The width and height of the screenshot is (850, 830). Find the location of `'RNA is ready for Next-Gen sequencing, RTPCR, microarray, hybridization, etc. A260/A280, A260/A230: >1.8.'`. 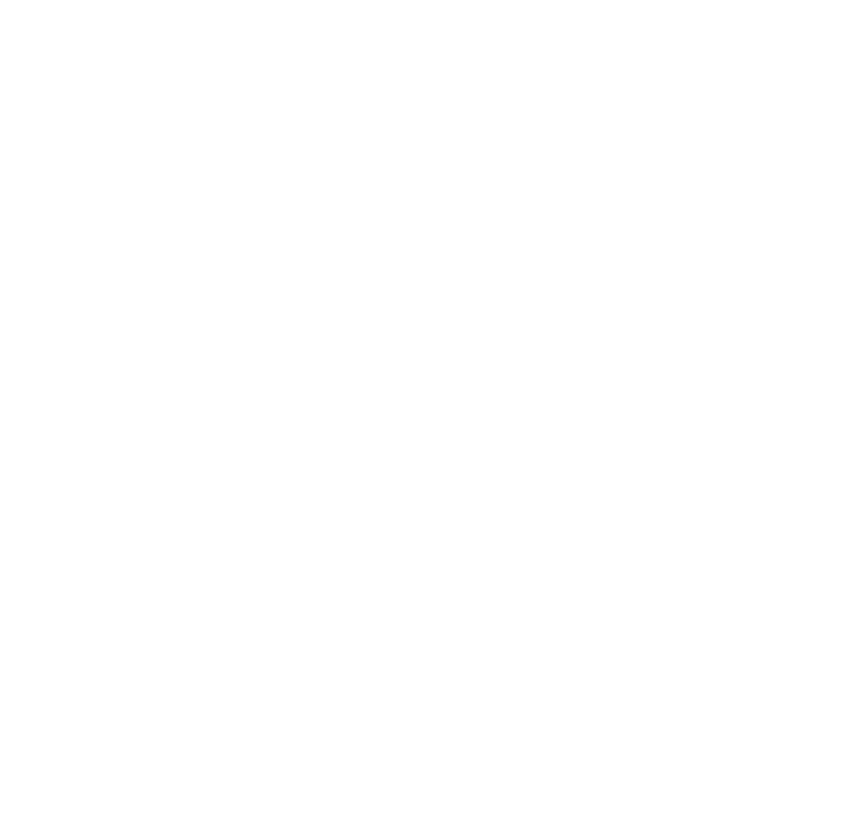

'RNA is ready for Next-Gen sequencing, RTPCR, microarray, hybridization, etc. A260/A280, A260/A230: >1.8.' is located at coordinates (529, 390).